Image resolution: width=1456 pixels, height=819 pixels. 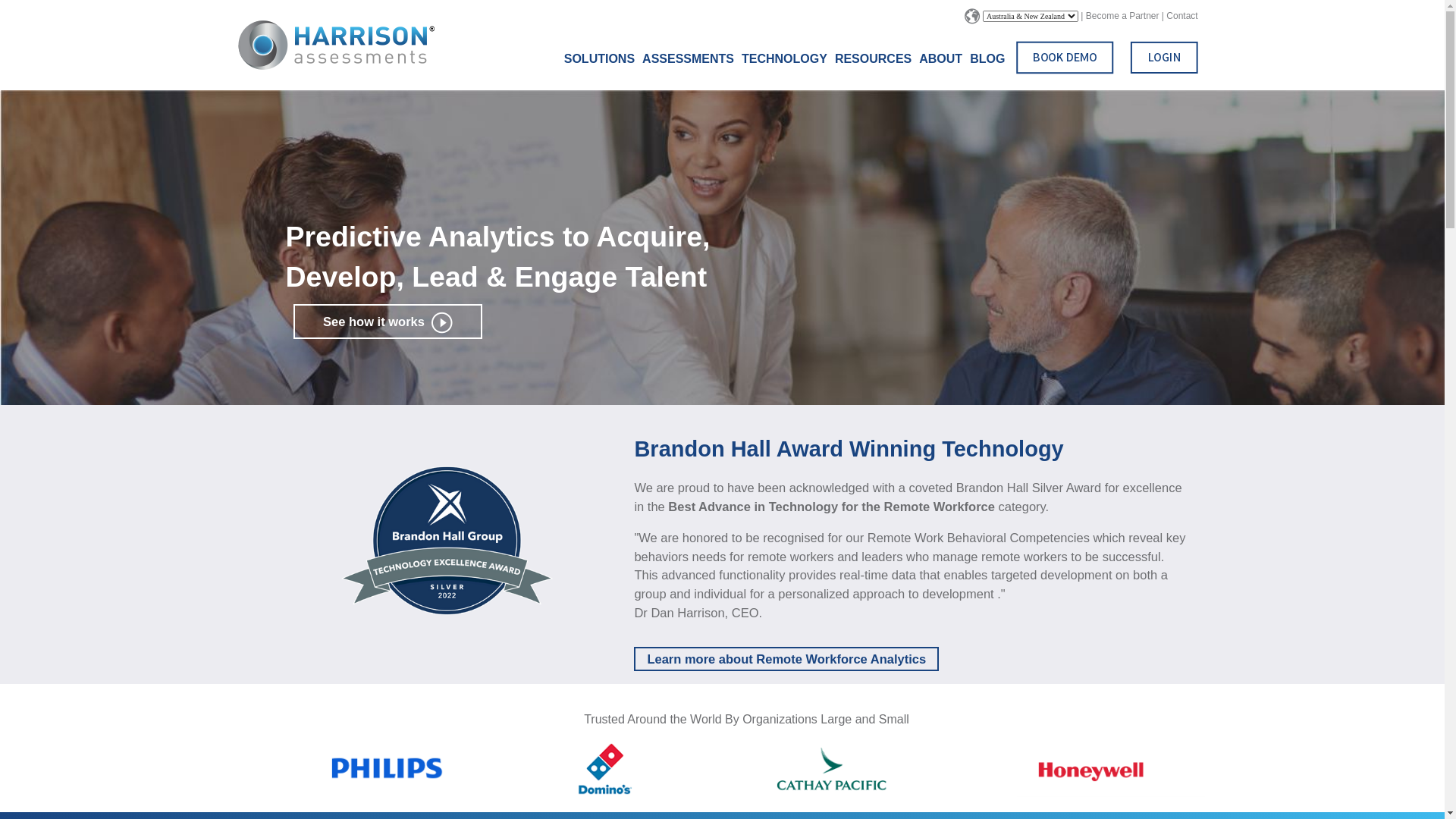 I want to click on 'Contact', so click(x=1181, y=15).